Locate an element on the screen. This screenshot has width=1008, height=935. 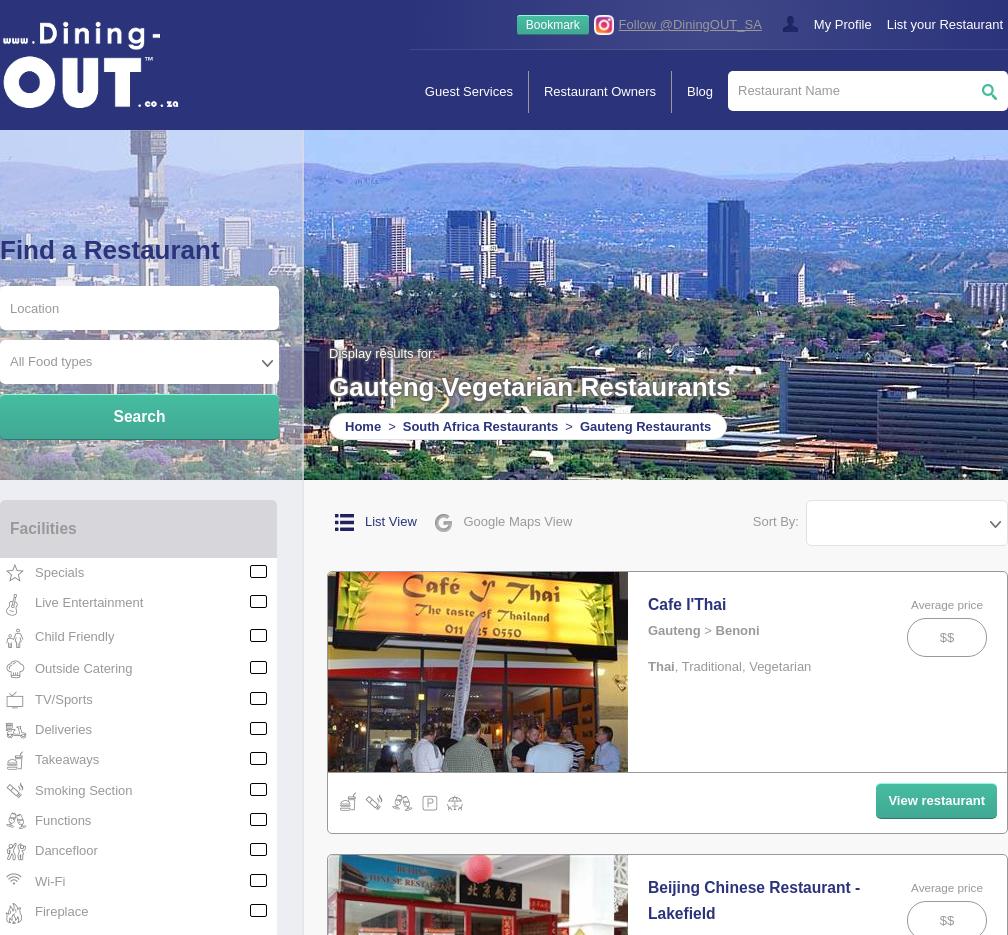
'Traditional' is located at coordinates (711, 666).